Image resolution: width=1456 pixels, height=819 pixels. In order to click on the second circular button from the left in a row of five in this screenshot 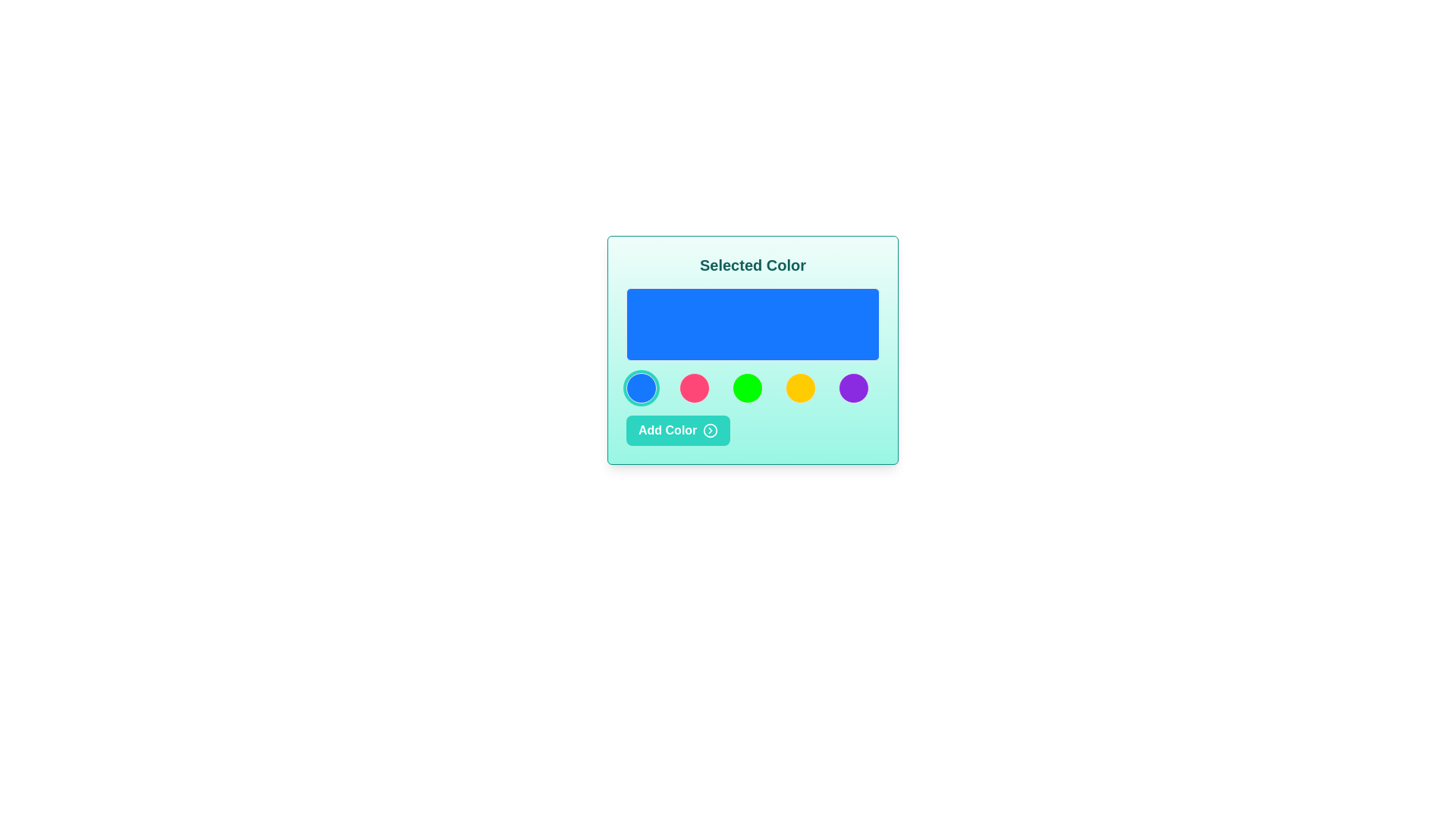, I will do `click(694, 388)`.